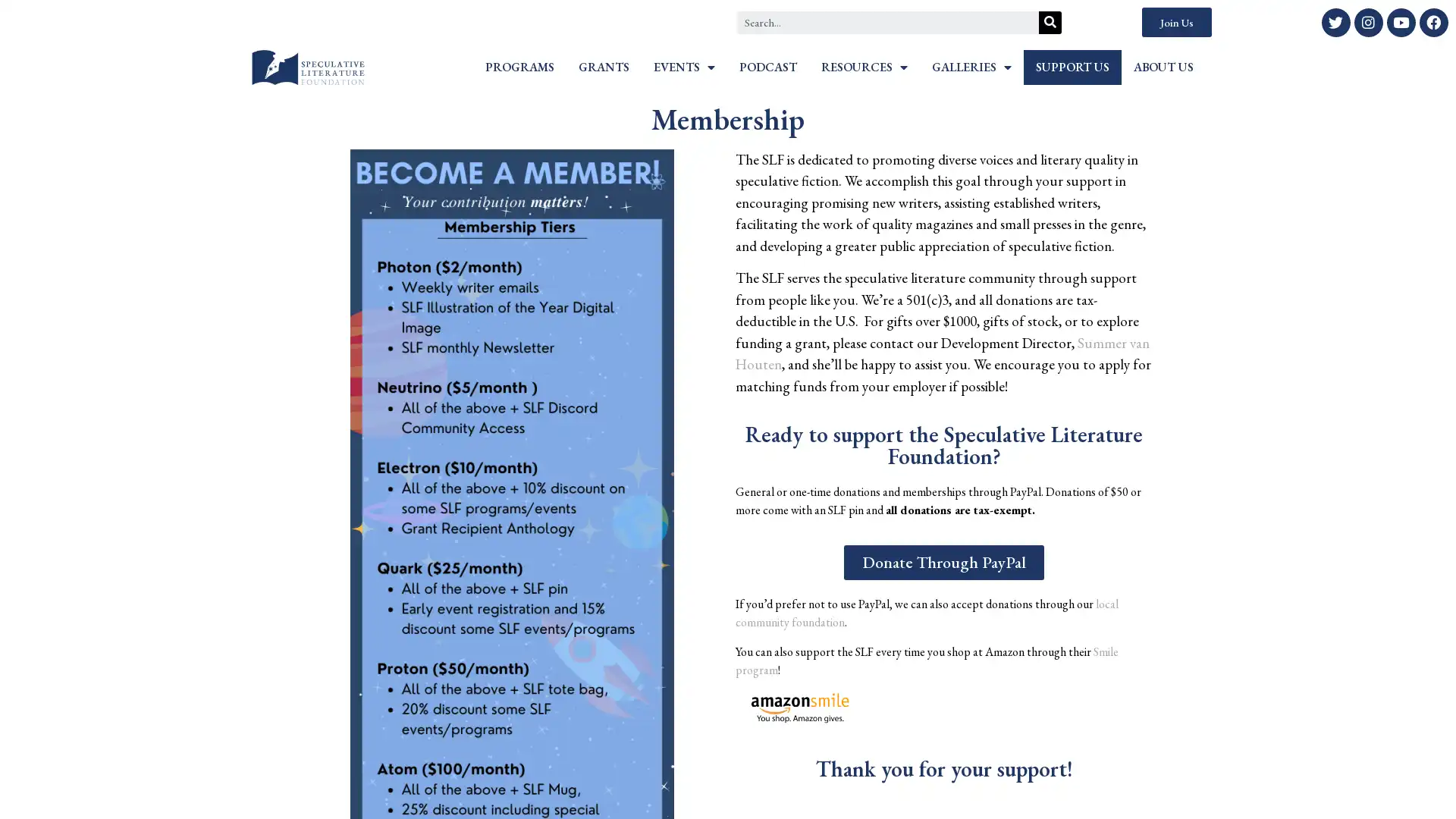 Image resolution: width=1456 pixels, height=819 pixels. What do you see at coordinates (1050, 22) in the screenshot?
I see `Search` at bounding box center [1050, 22].